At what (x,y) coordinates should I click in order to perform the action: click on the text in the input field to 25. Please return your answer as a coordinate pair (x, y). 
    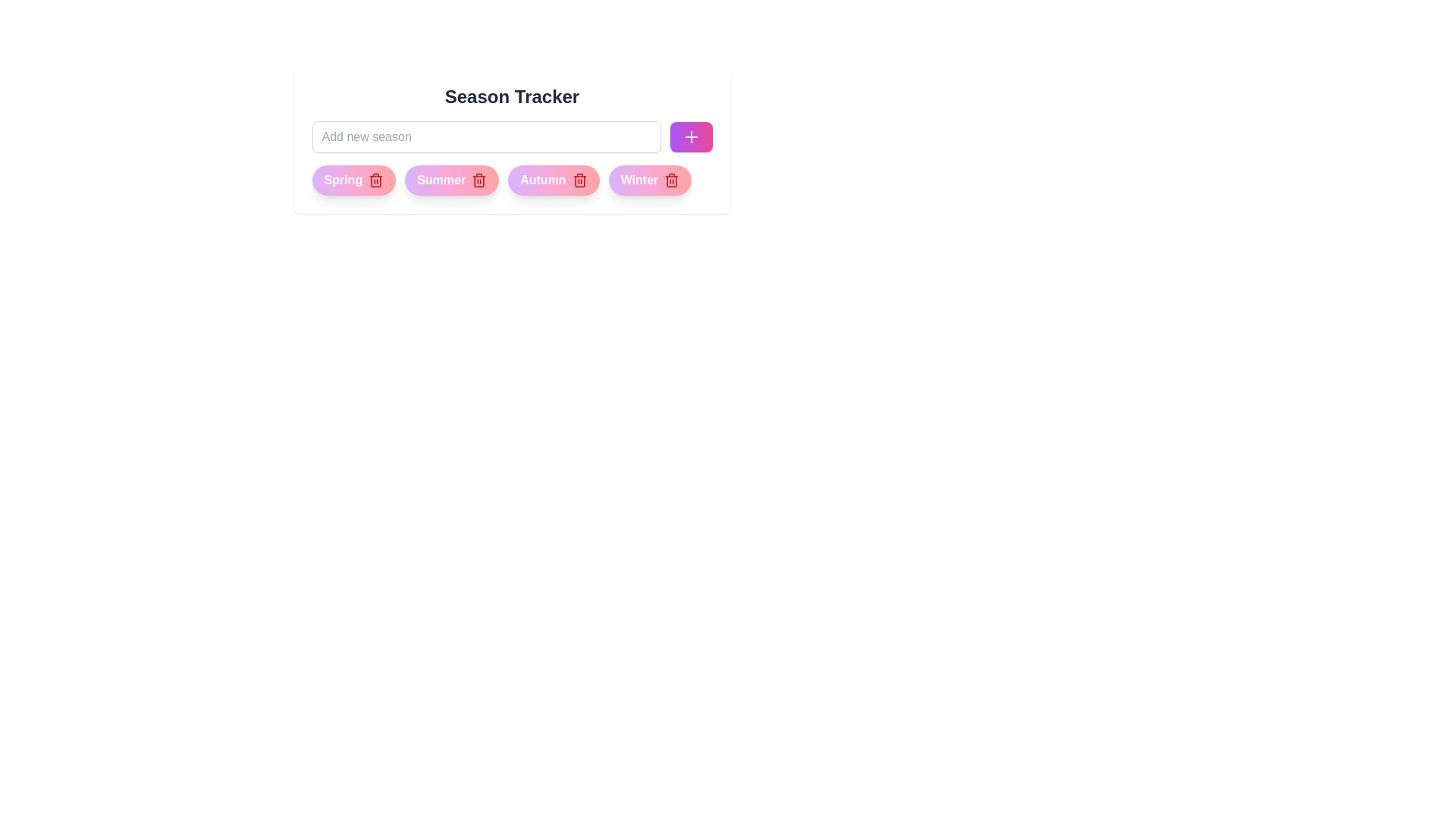
    Looking at the image, I should click on (486, 137).